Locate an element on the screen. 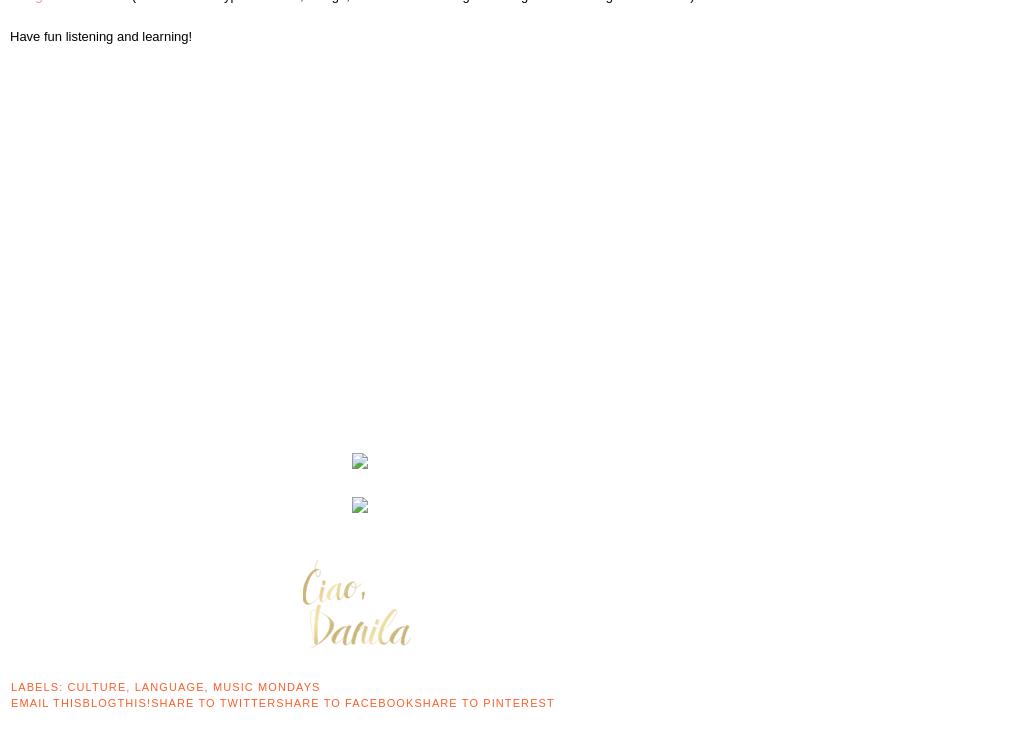 This screenshot has height=732, width=1024. 'Have fun listening and learning!' is located at coordinates (100, 35).